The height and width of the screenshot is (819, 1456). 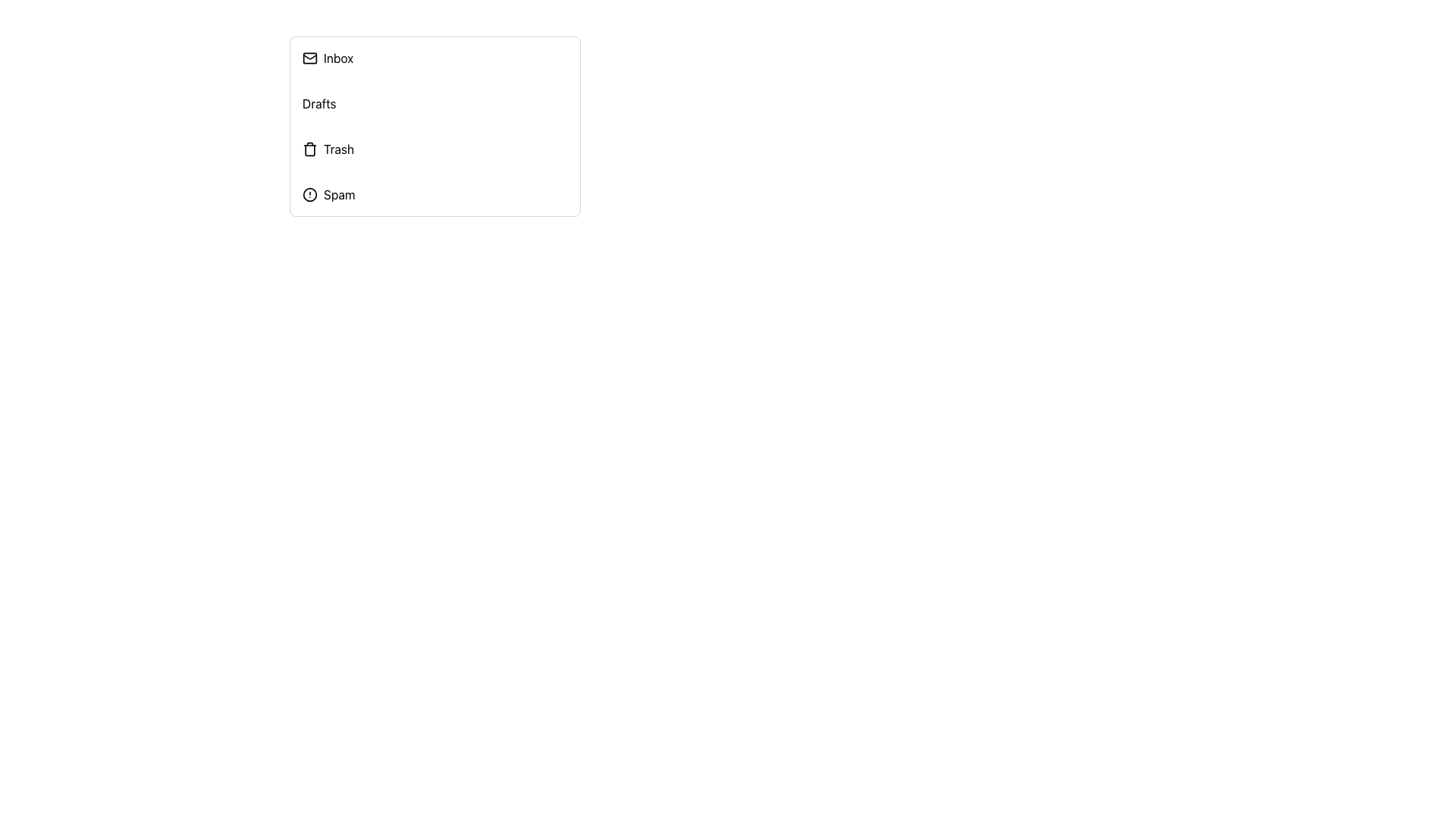 What do you see at coordinates (309, 194) in the screenshot?
I see `the circular shape with a black border and white fill that is part of the icon next to the text label 'Spam'. This element is the fourth in sequence among similar elements` at bounding box center [309, 194].